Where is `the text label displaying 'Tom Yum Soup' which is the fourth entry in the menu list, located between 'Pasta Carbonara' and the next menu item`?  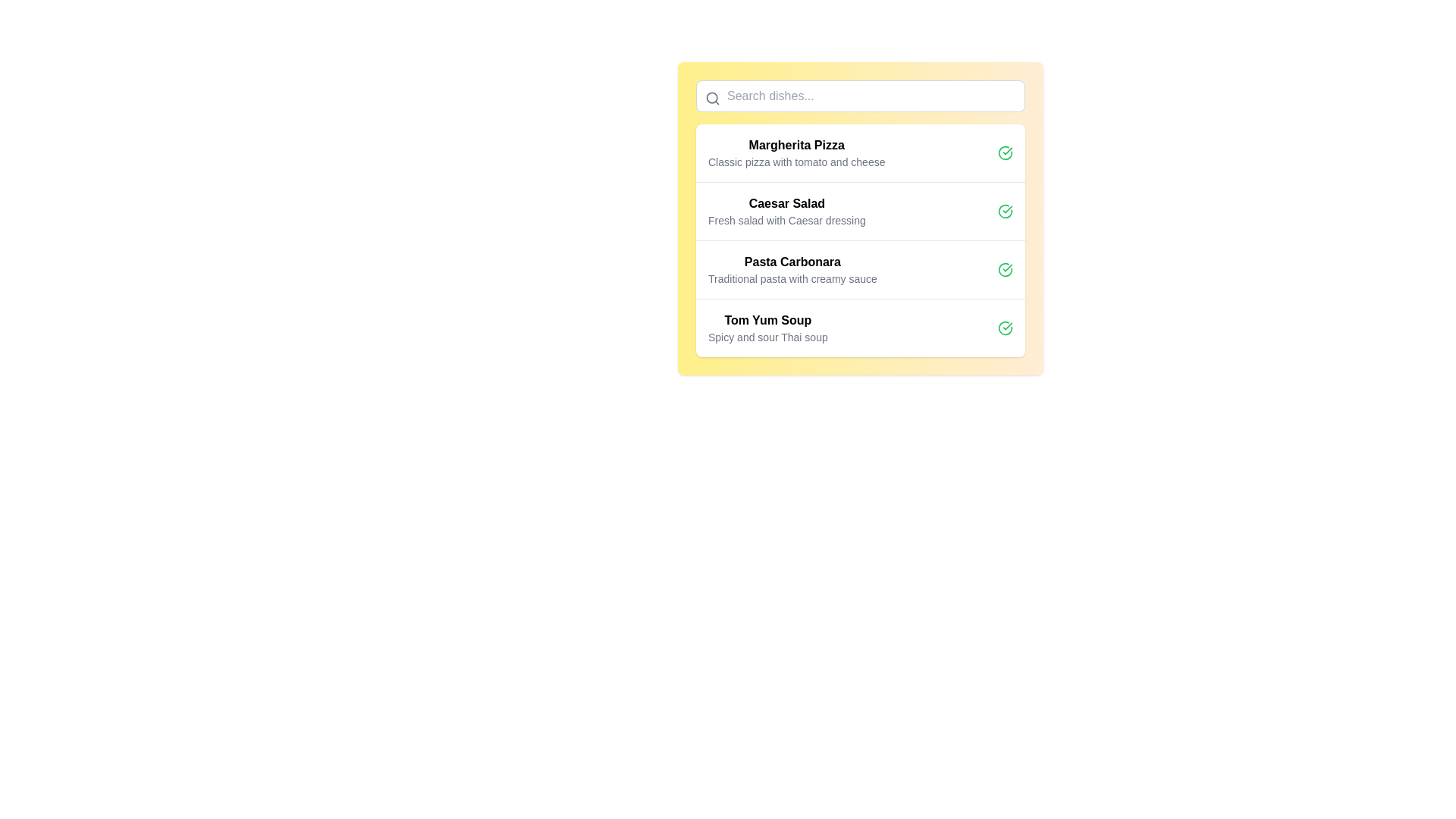 the text label displaying 'Tom Yum Soup' which is the fourth entry in the menu list, located between 'Pasta Carbonara' and the next menu item is located at coordinates (767, 327).